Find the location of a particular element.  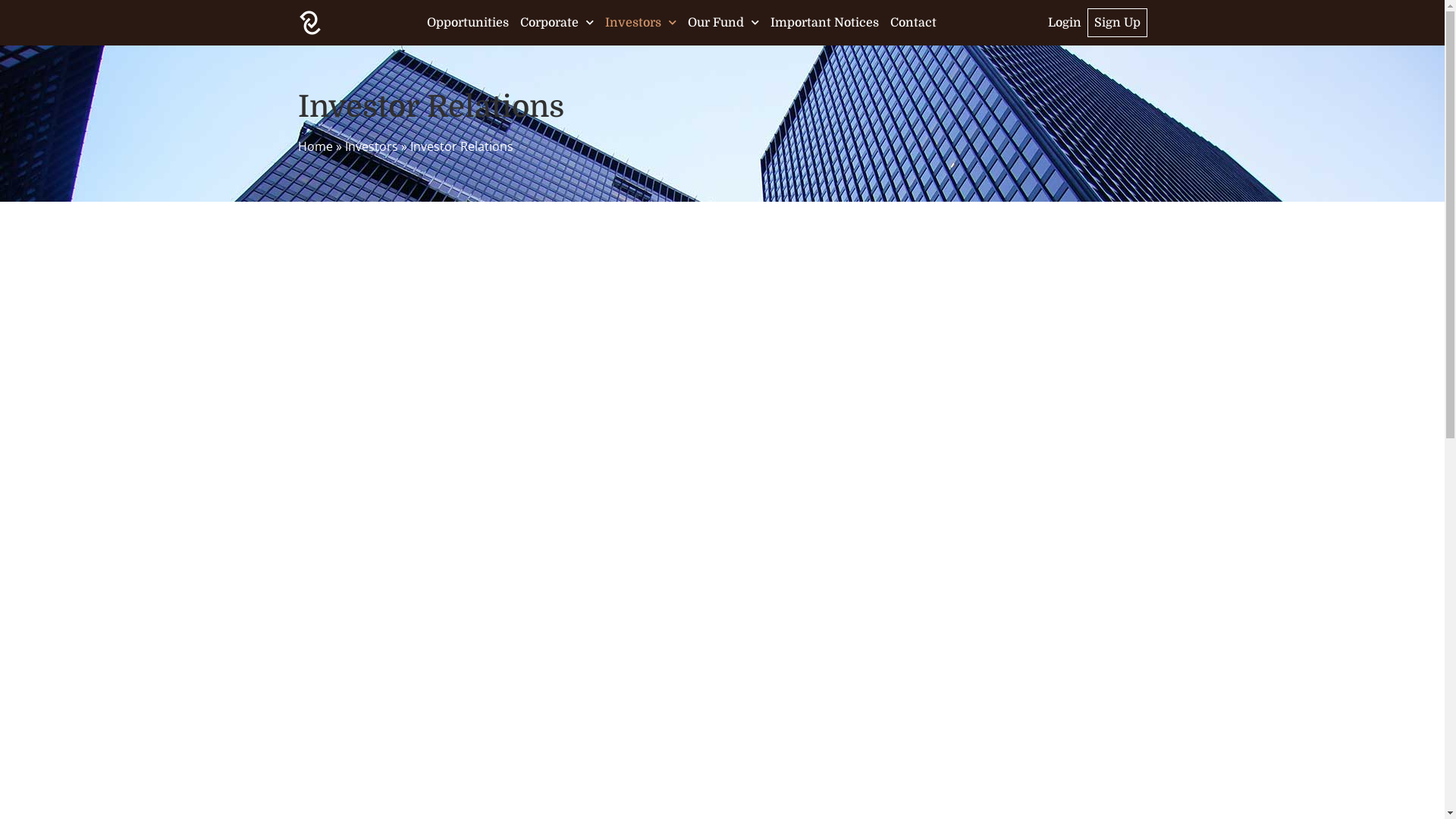

'Sign Up' is located at coordinates (1117, 23).